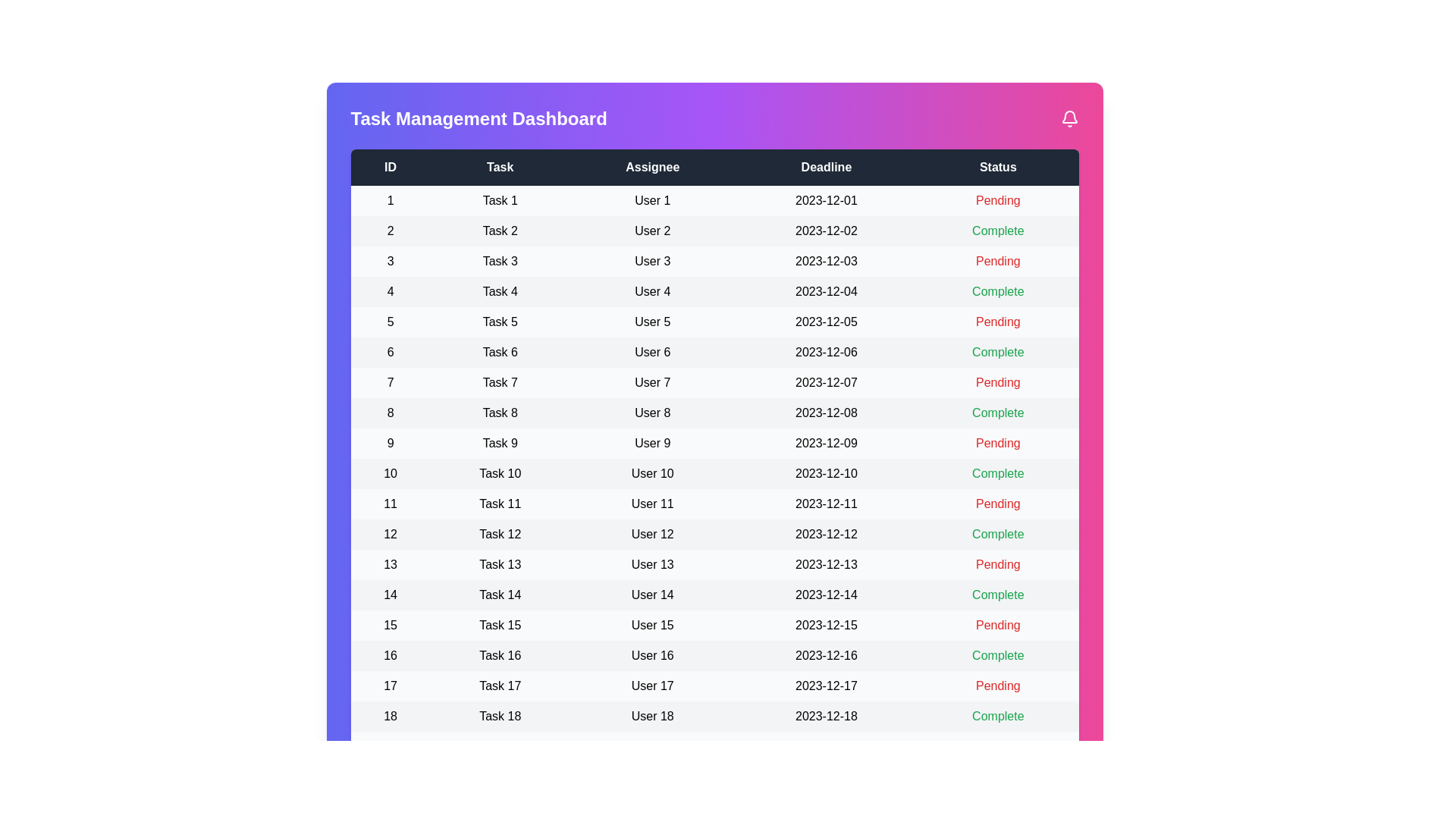  What do you see at coordinates (652, 167) in the screenshot?
I see `the column header labeled 'Assignee' to sort the table by that column` at bounding box center [652, 167].